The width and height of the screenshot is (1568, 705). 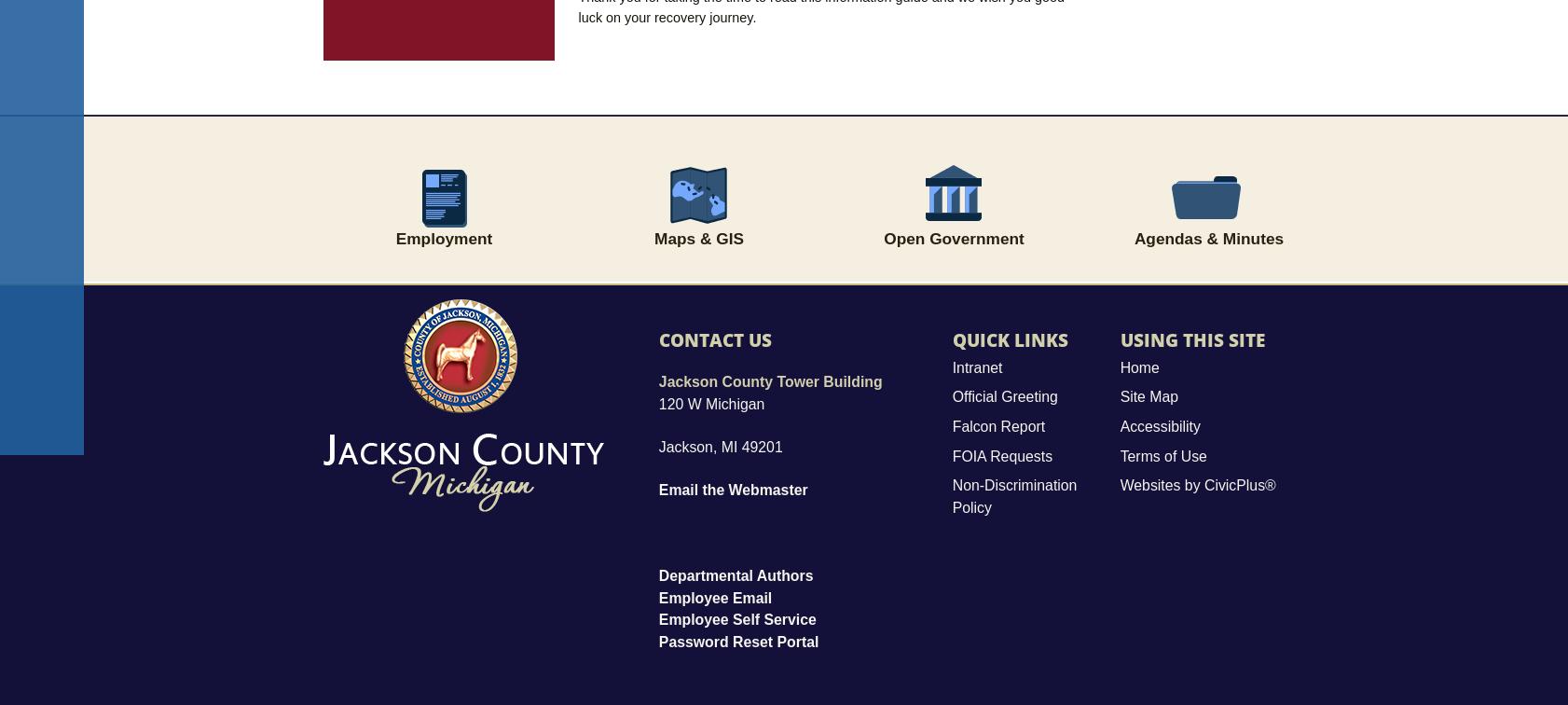 I want to click on 'Email the Webmaster', so click(x=732, y=490).